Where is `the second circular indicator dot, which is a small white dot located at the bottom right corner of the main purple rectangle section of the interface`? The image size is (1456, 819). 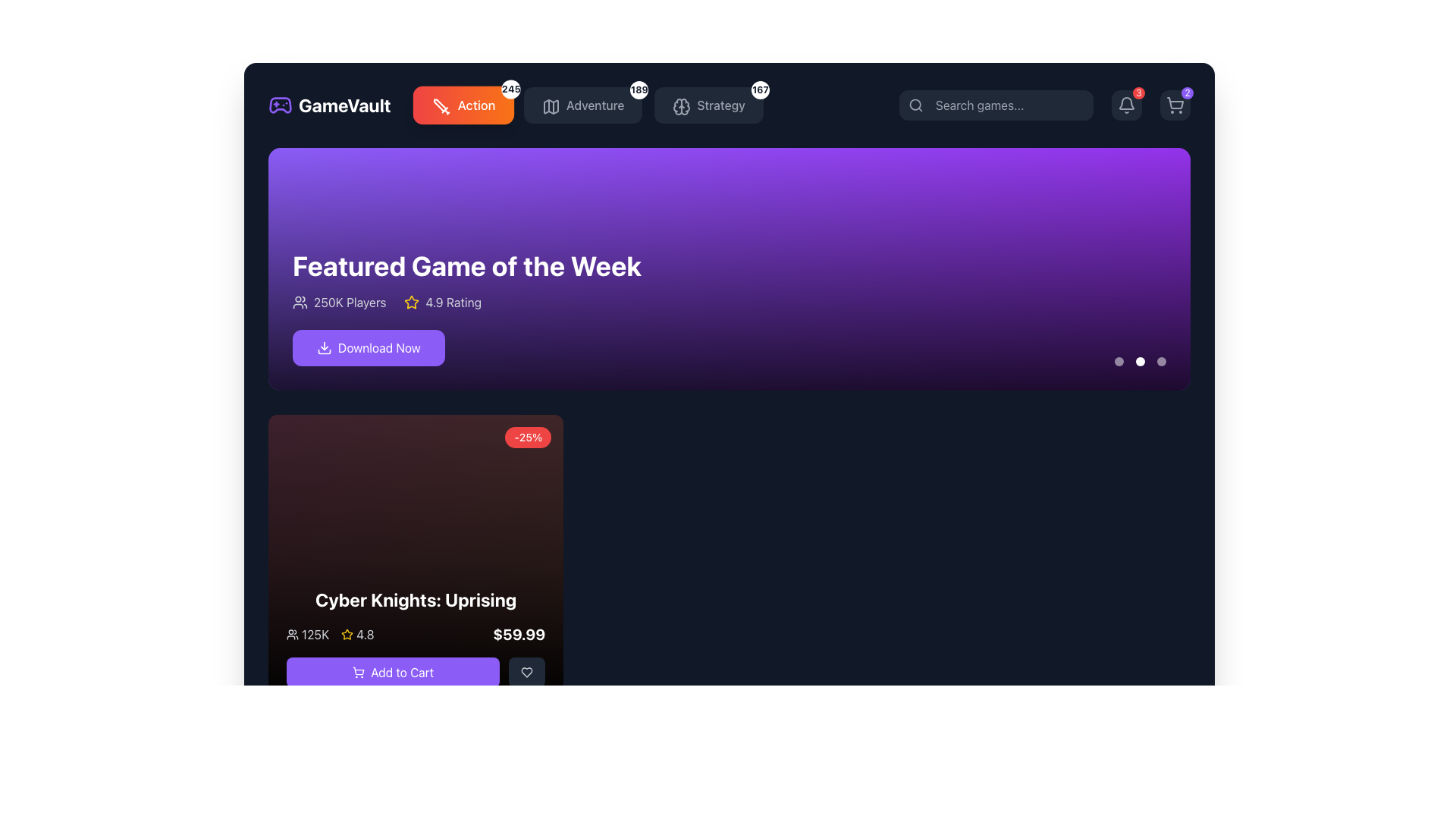
the second circular indicator dot, which is a small white dot located at the bottom right corner of the main purple rectangle section of the interface is located at coordinates (1140, 362).